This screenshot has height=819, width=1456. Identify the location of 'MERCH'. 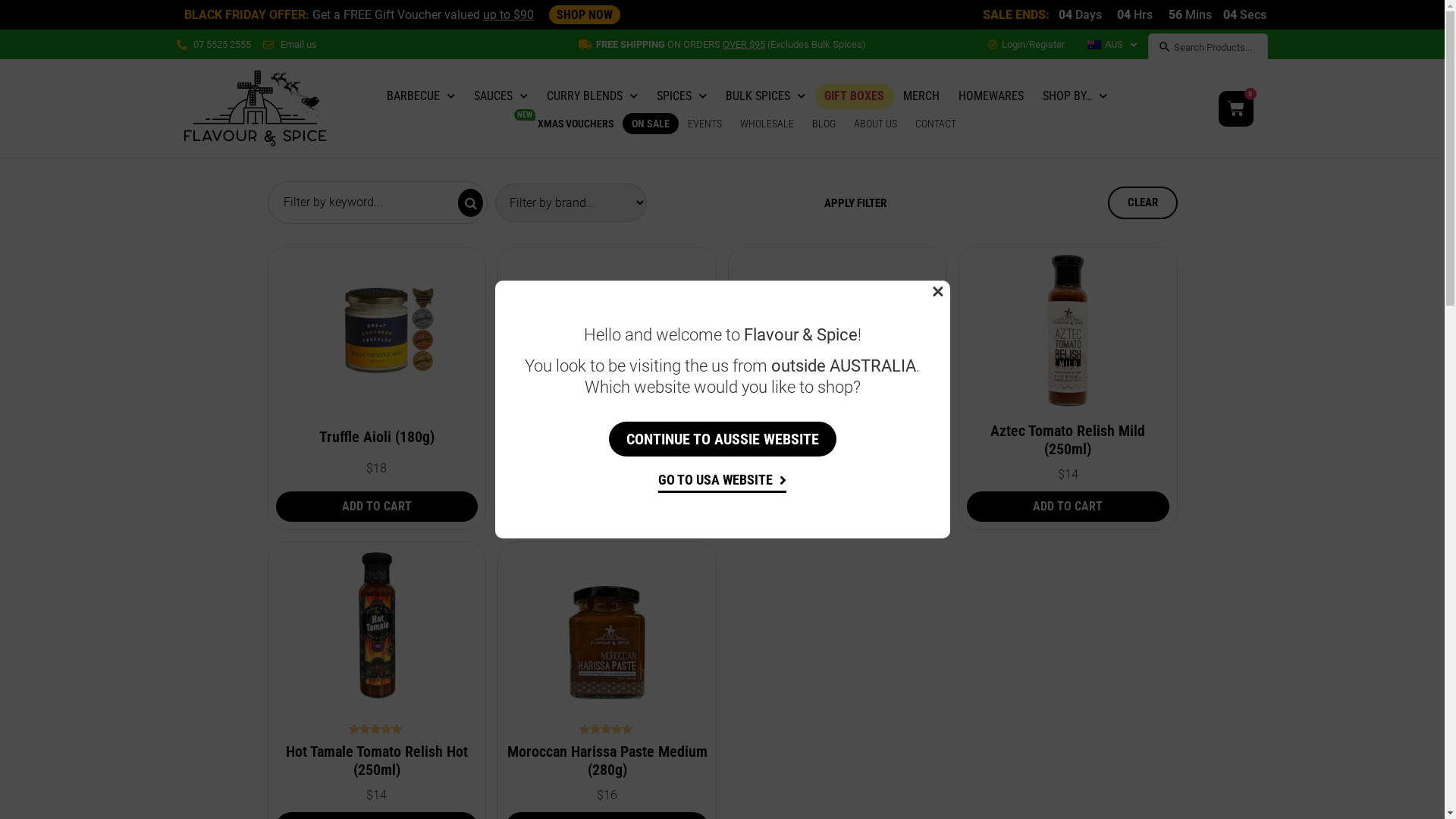
(920, 96).